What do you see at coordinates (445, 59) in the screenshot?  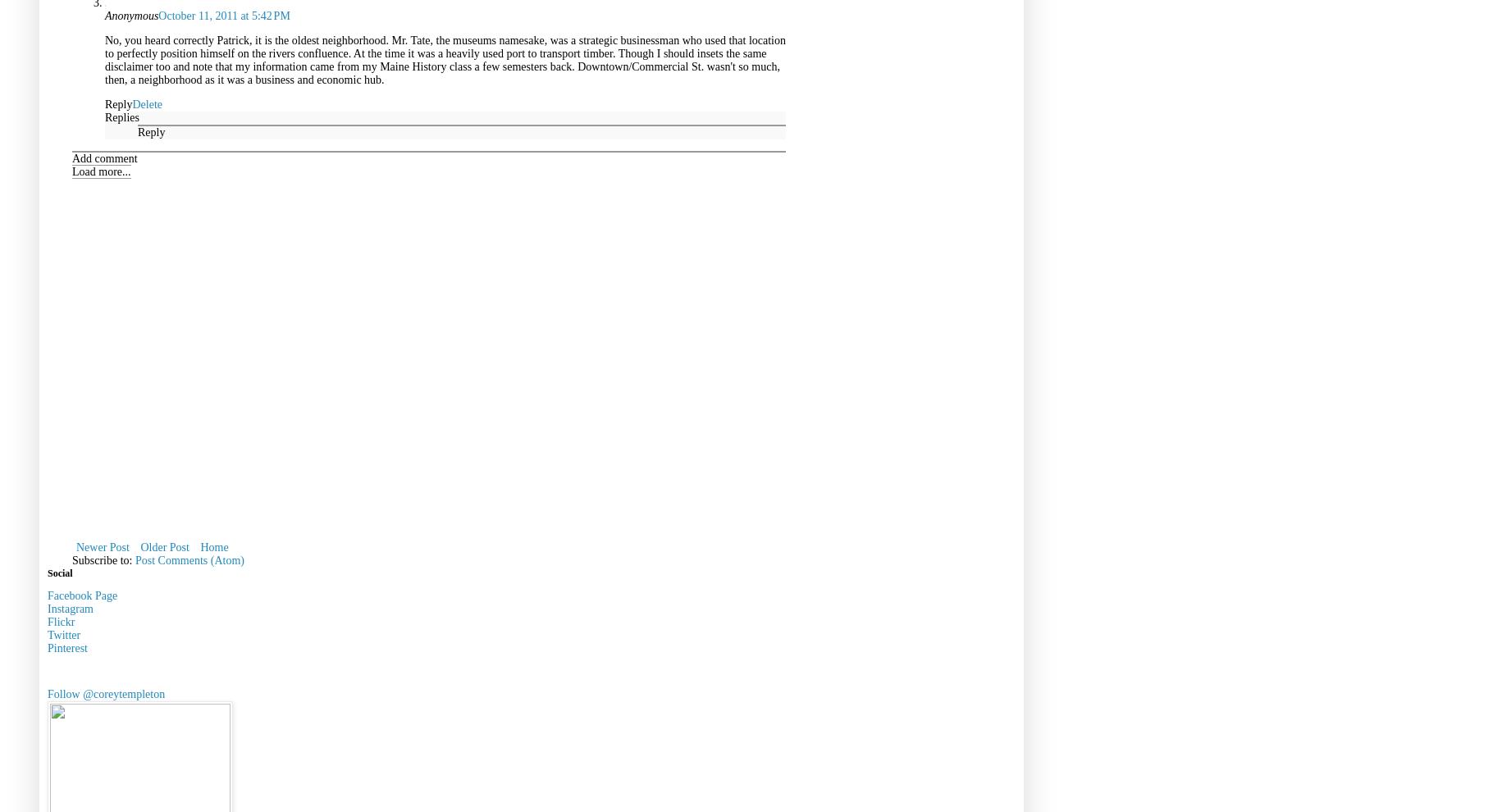 I see `'No, you heard correctly Patrick, it is the oldest neighborhood. Mr. Tate, the museums namesake, was a strategic businessman who used that location to perfectly position himself on the rivers confluence. At the time it was a heavily used port to transport timber. Though I should insets the same disclaimer too and note that my information came from my Maine History class a few semesters back. Downtown/Commercial St. wasn't so much, then, a neighborhood as it was a business and economic hub.'` at bounding box center [445, 59].